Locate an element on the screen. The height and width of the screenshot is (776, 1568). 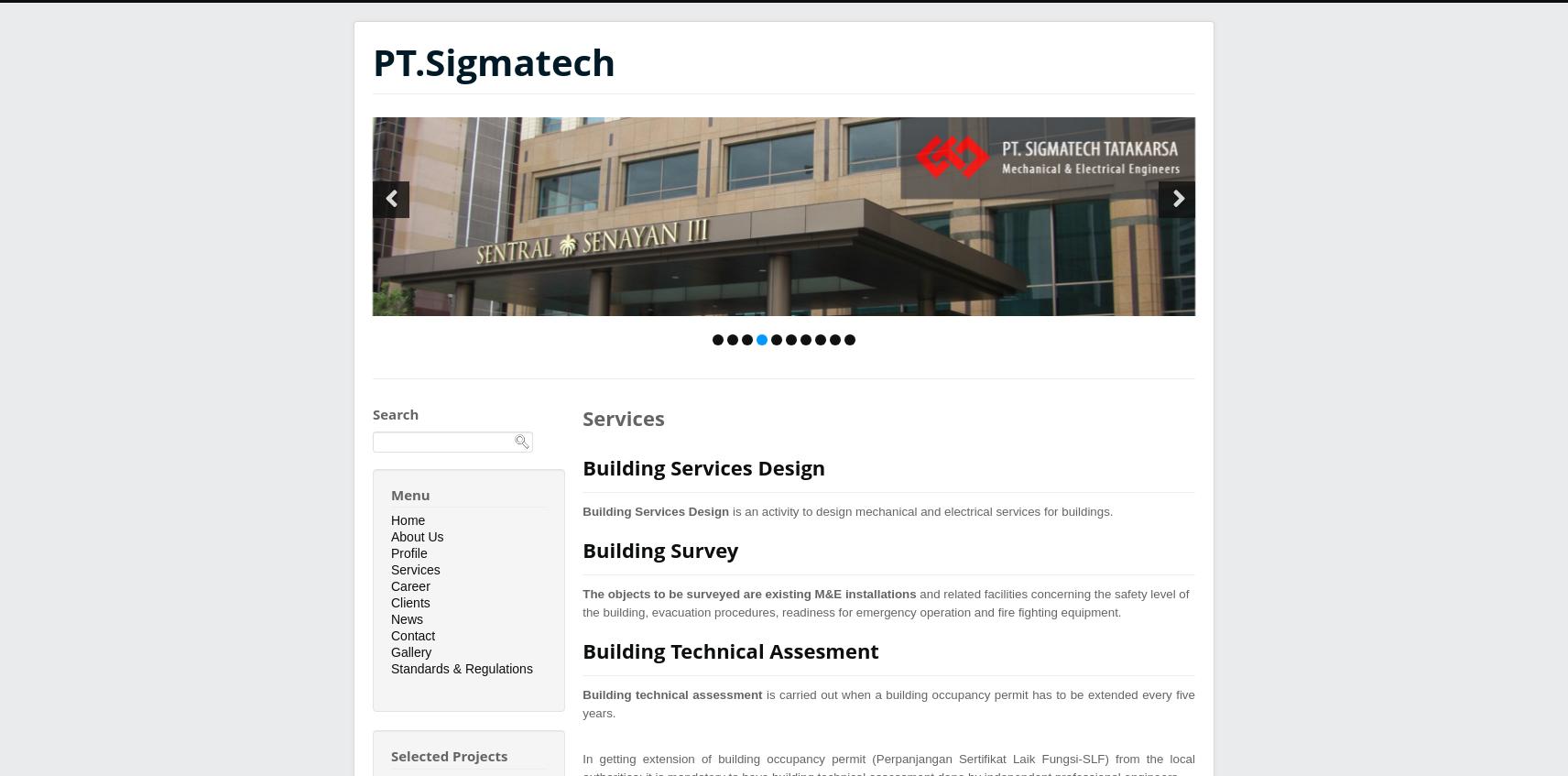
'Building Survey' is located at coordinates (659, 550).